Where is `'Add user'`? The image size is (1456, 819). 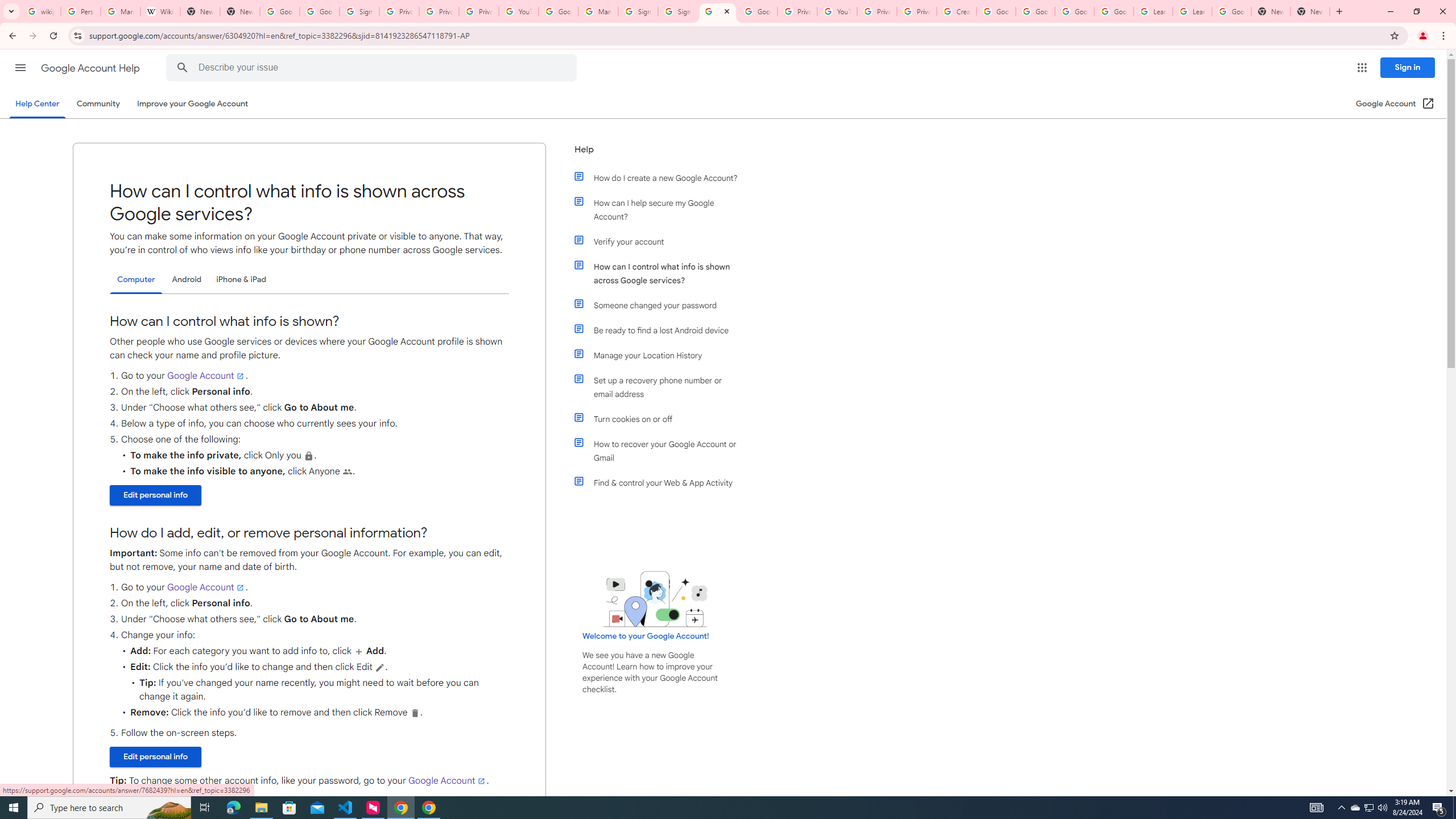
'Add user' is located at coordinates (359, 651).